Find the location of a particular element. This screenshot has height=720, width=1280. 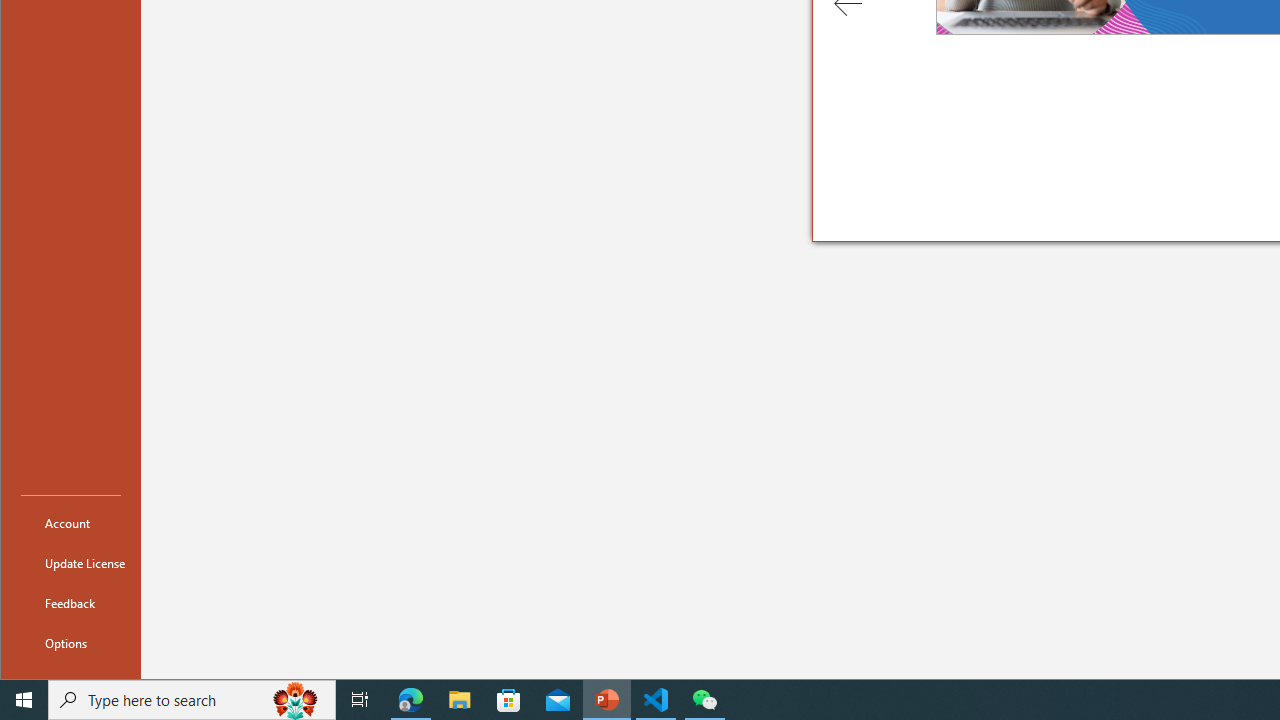

'Update License' is located at coordinates (71, 563).